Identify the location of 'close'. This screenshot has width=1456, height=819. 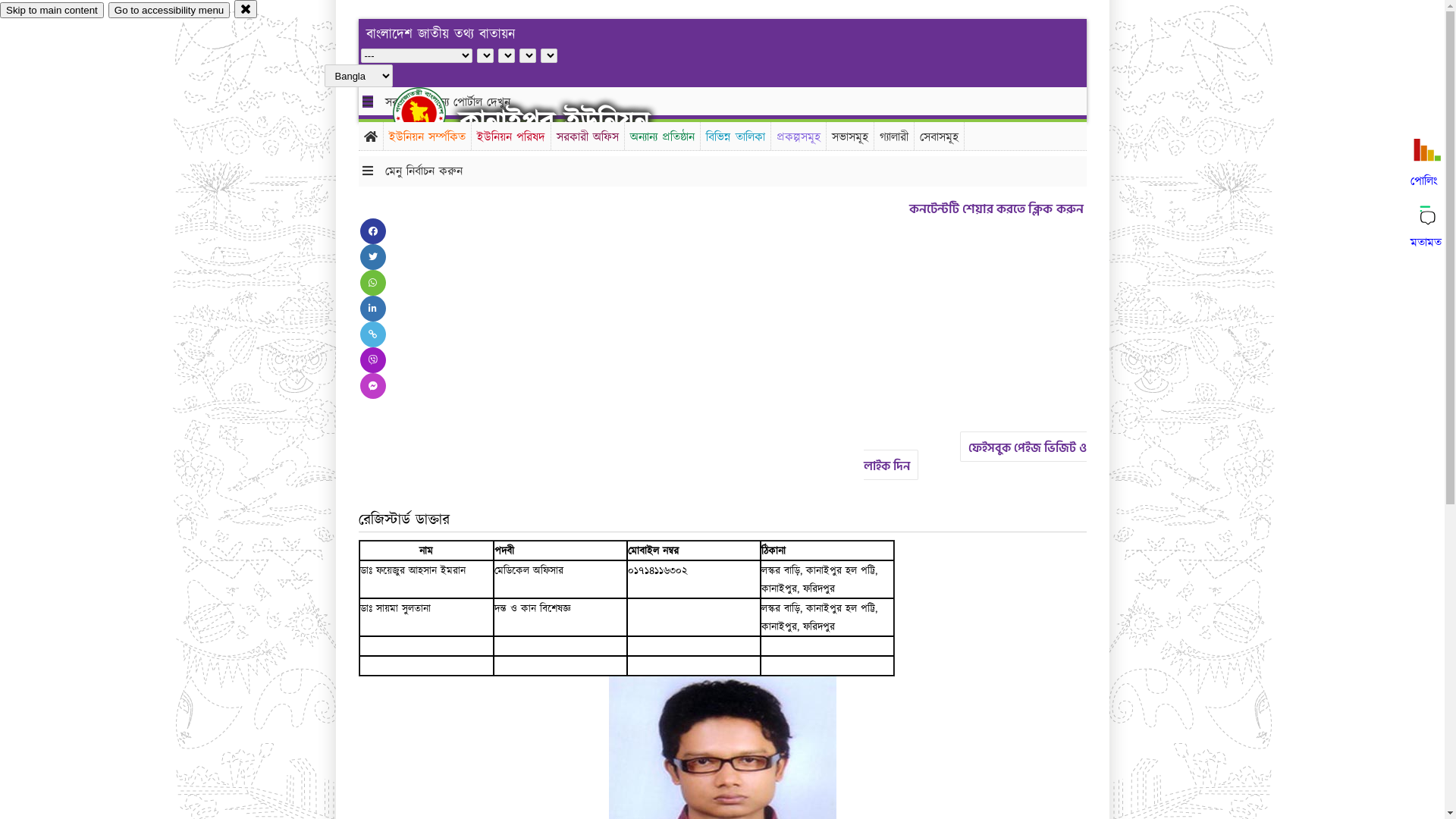
(233, 8).